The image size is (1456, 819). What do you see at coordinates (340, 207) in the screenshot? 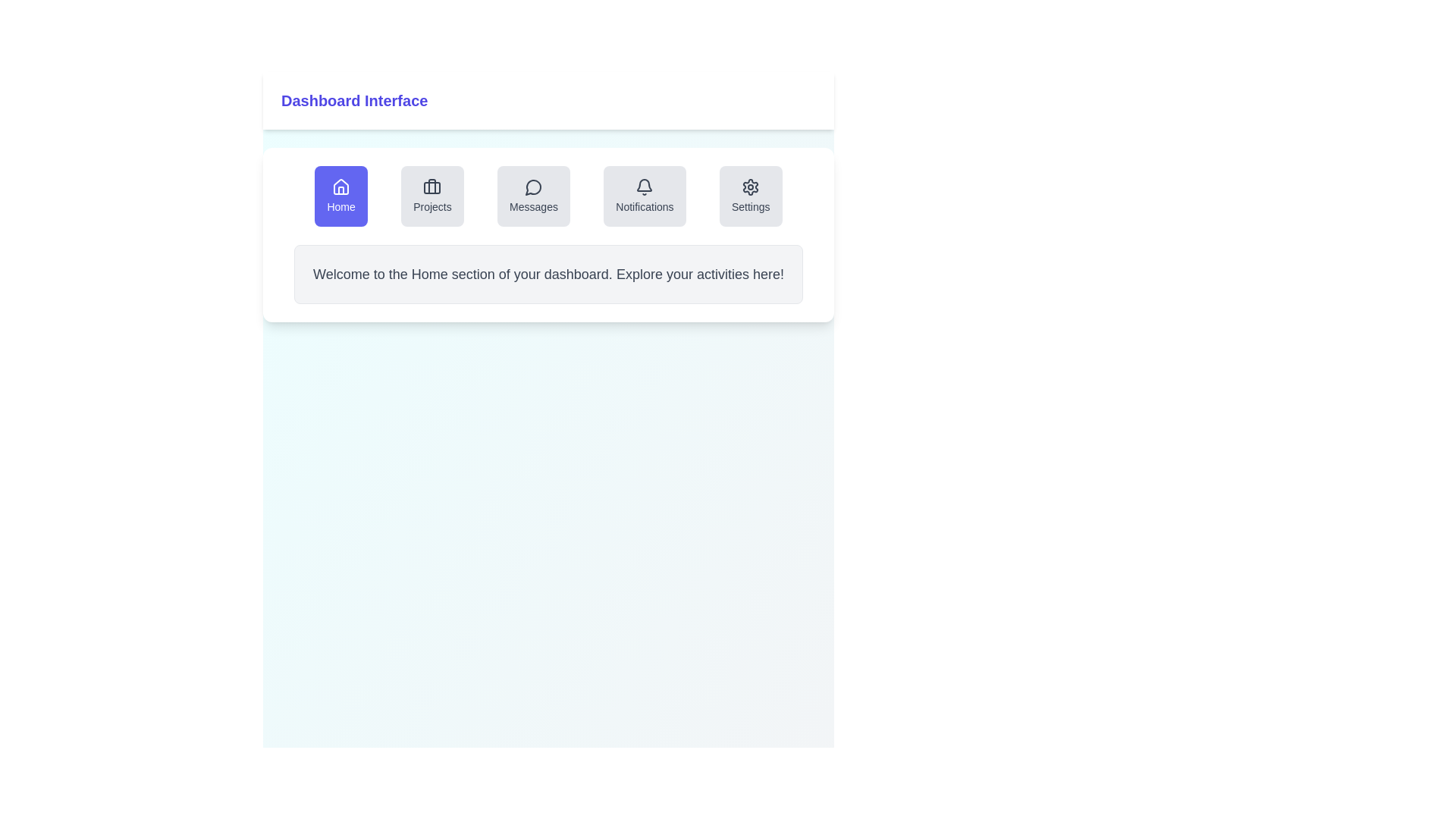
I see `the 'Home' text label located within the navigation button, which has a purple background and rounded corners, positioned in the top-left corner of the button grid` at bounding box center [340, 207].